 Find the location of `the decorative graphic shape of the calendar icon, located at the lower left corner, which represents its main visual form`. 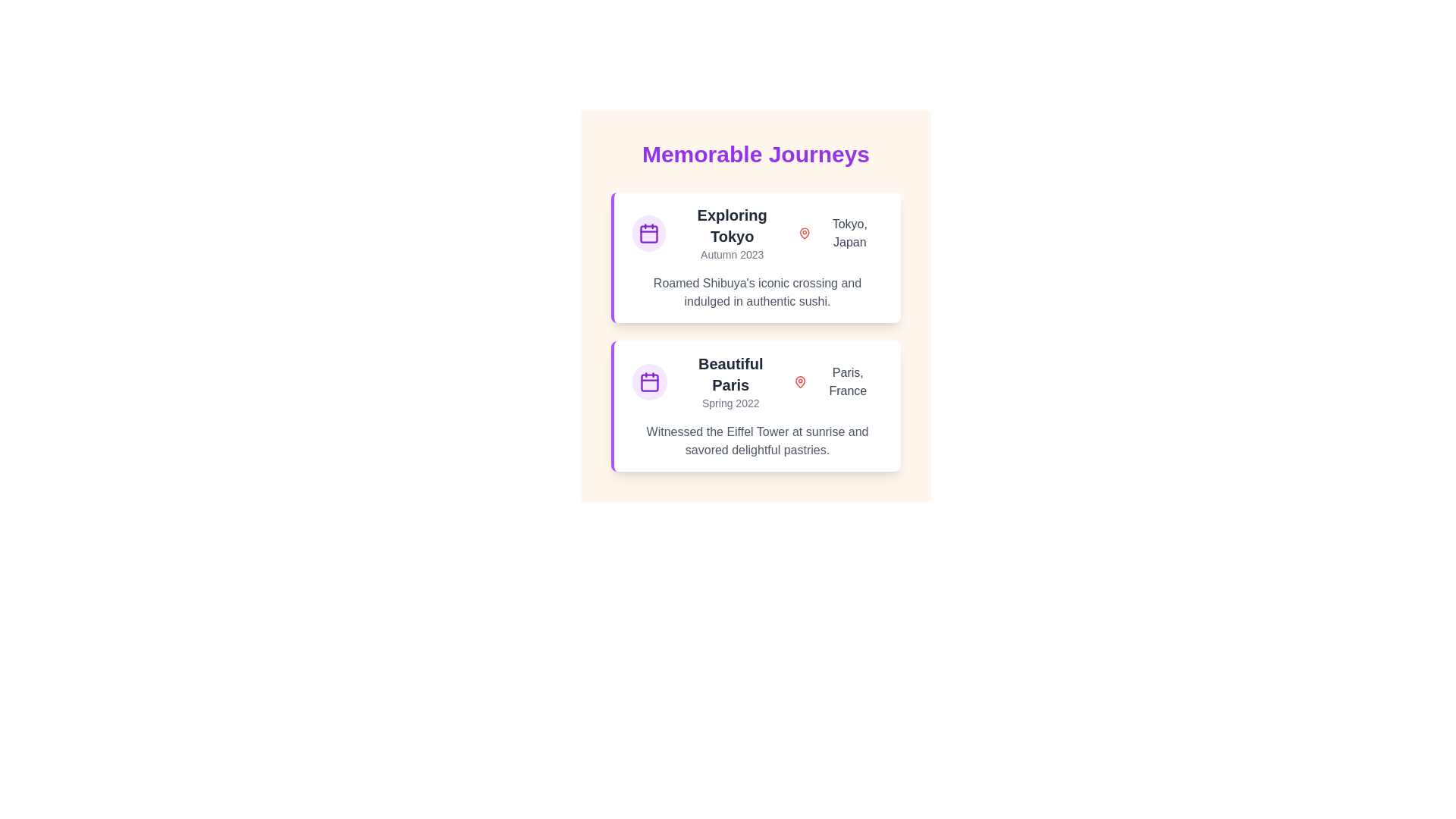

the decorative graphic shape of the calendar icon, located at the lower left corner, which represents its main visual form is located at coordinates (650, 382).